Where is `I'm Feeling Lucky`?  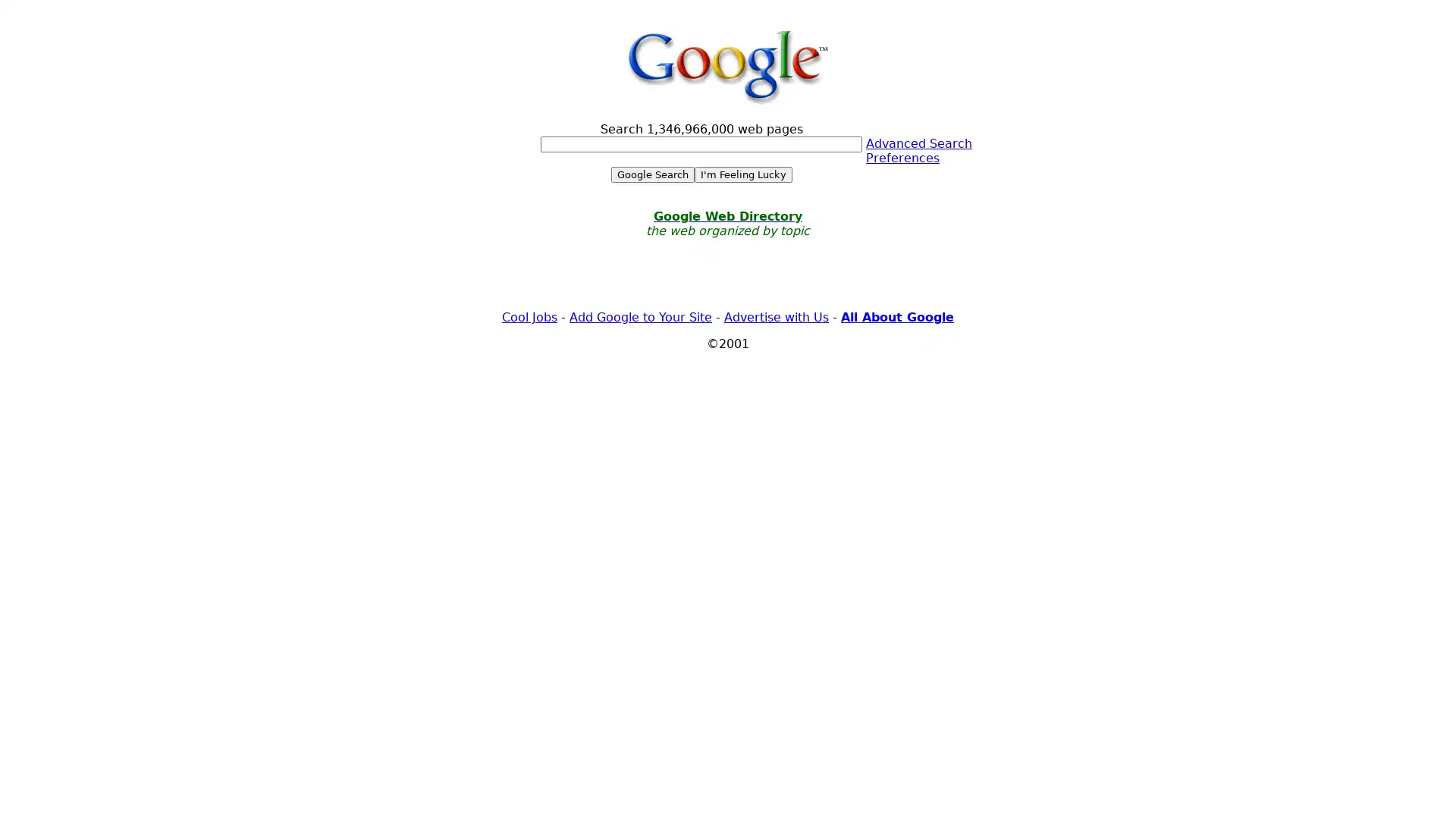 I'm Feeling Lucky is located at coordinates (742, 174).